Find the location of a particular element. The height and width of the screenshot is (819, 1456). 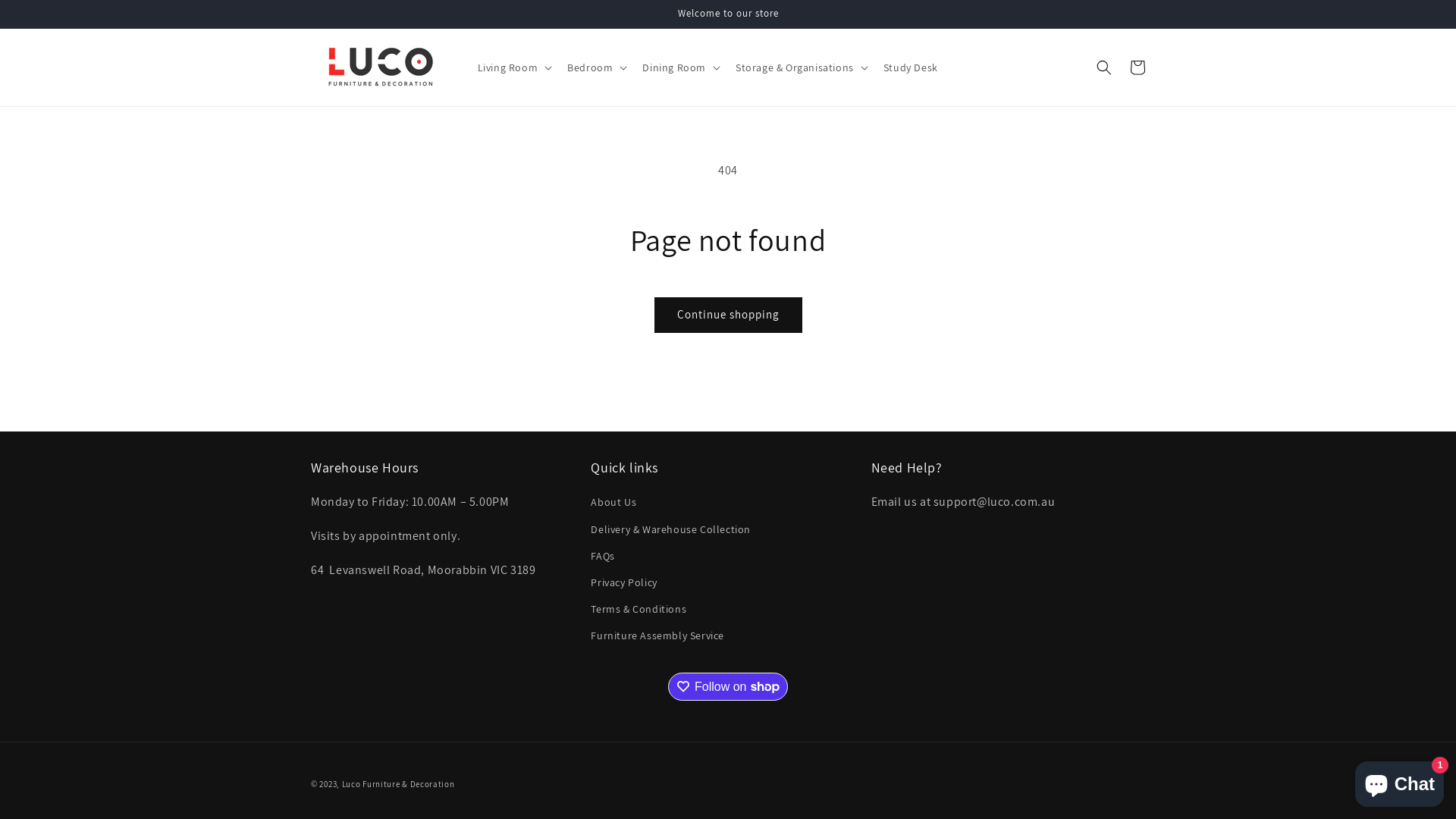

'About Us' is located at coordinates (613, 504).